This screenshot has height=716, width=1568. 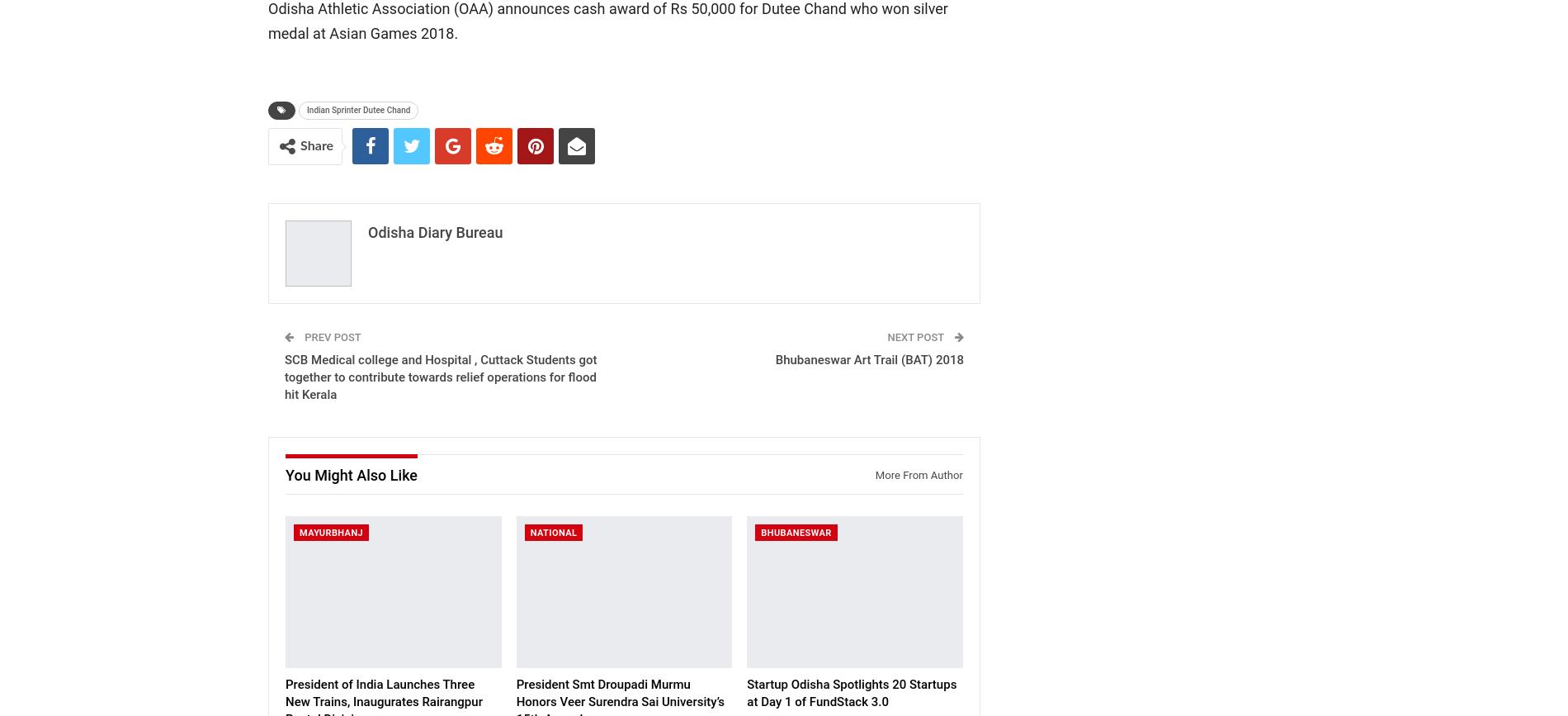 I want to click on 'National', so click(x=553, y=532).